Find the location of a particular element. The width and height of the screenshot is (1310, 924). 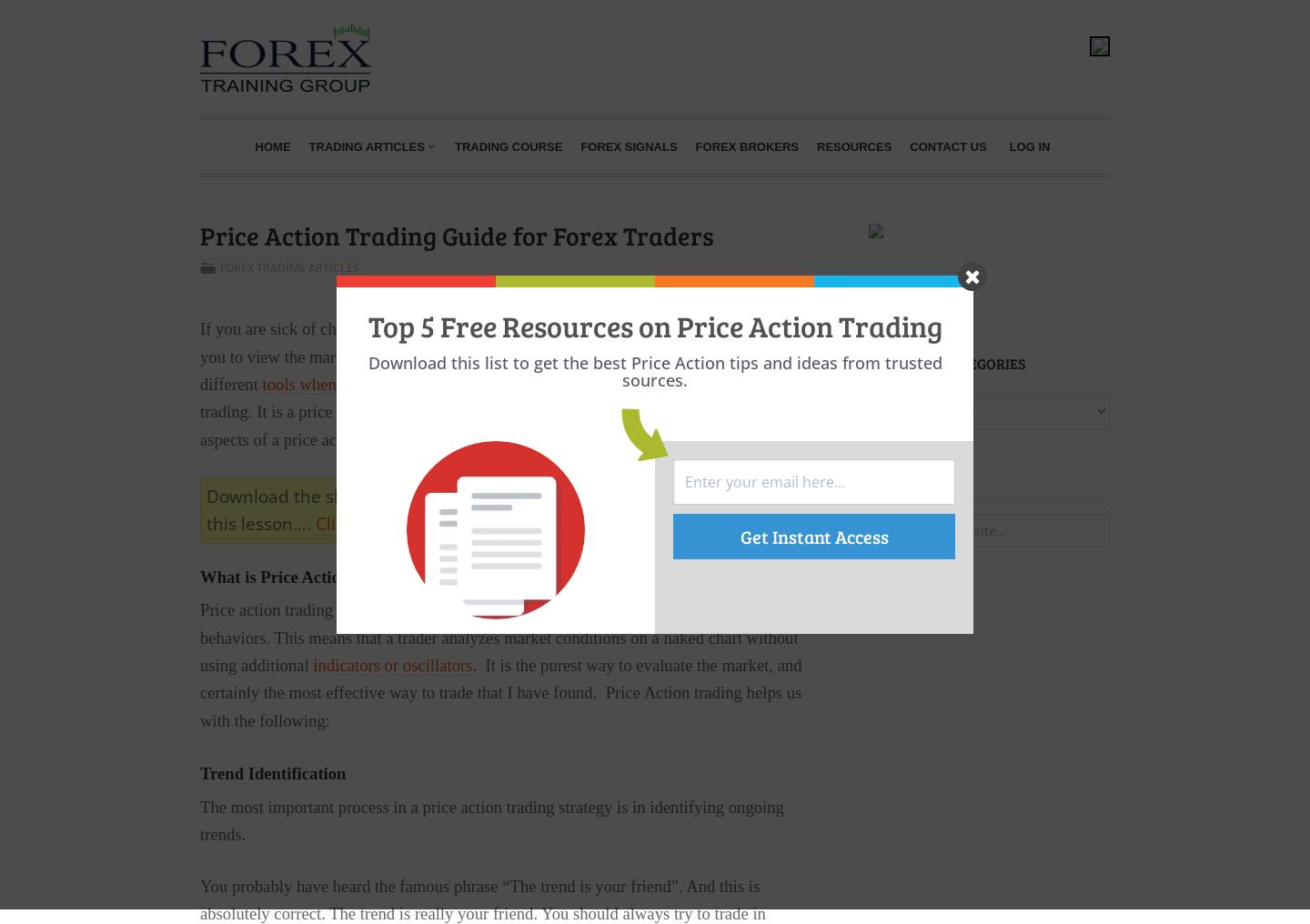

'Get Instant Access' is located at coordinates (812, 535).